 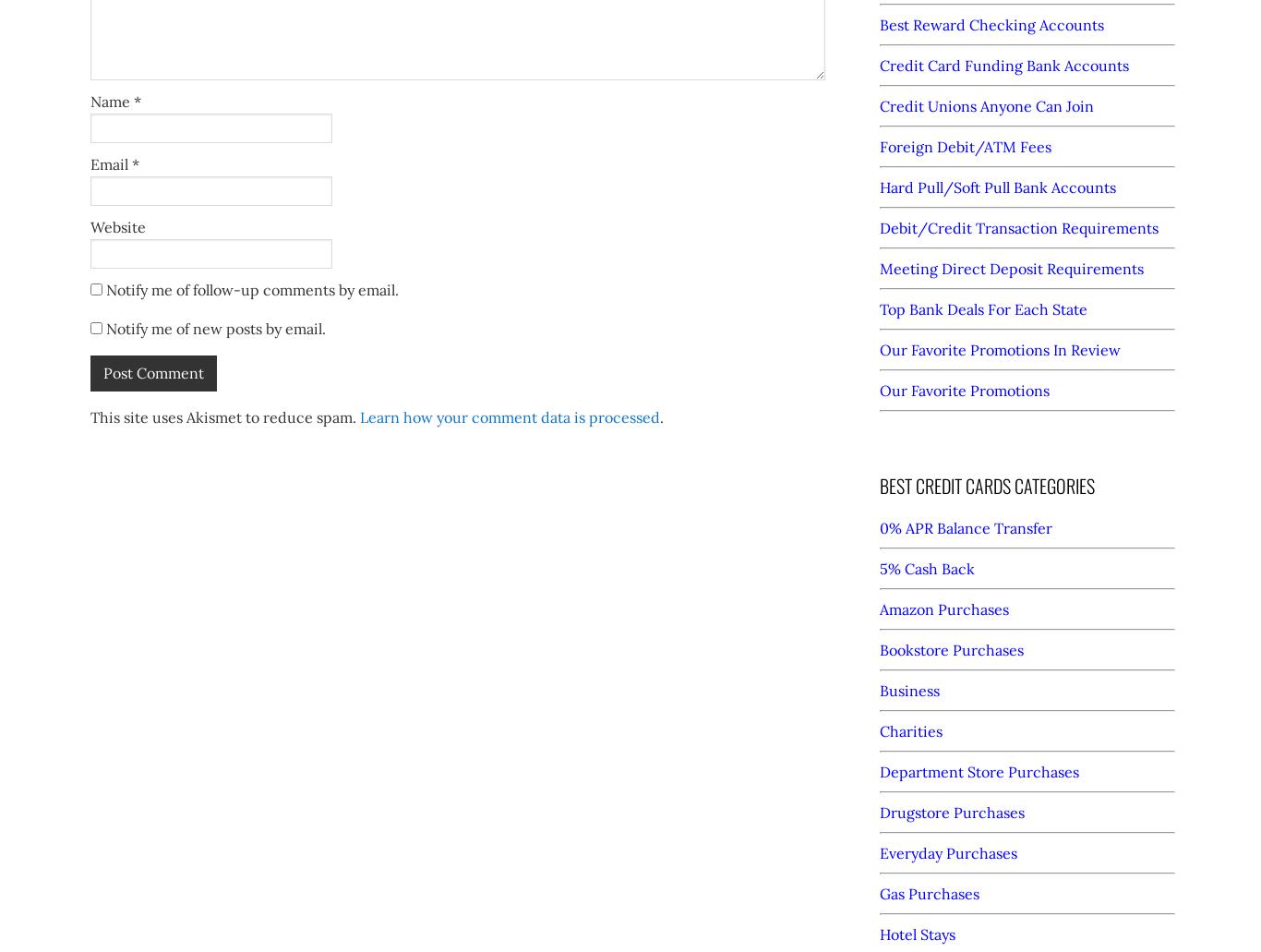 I want to click on 'Gas Purchases', so click(x=930, y=893).